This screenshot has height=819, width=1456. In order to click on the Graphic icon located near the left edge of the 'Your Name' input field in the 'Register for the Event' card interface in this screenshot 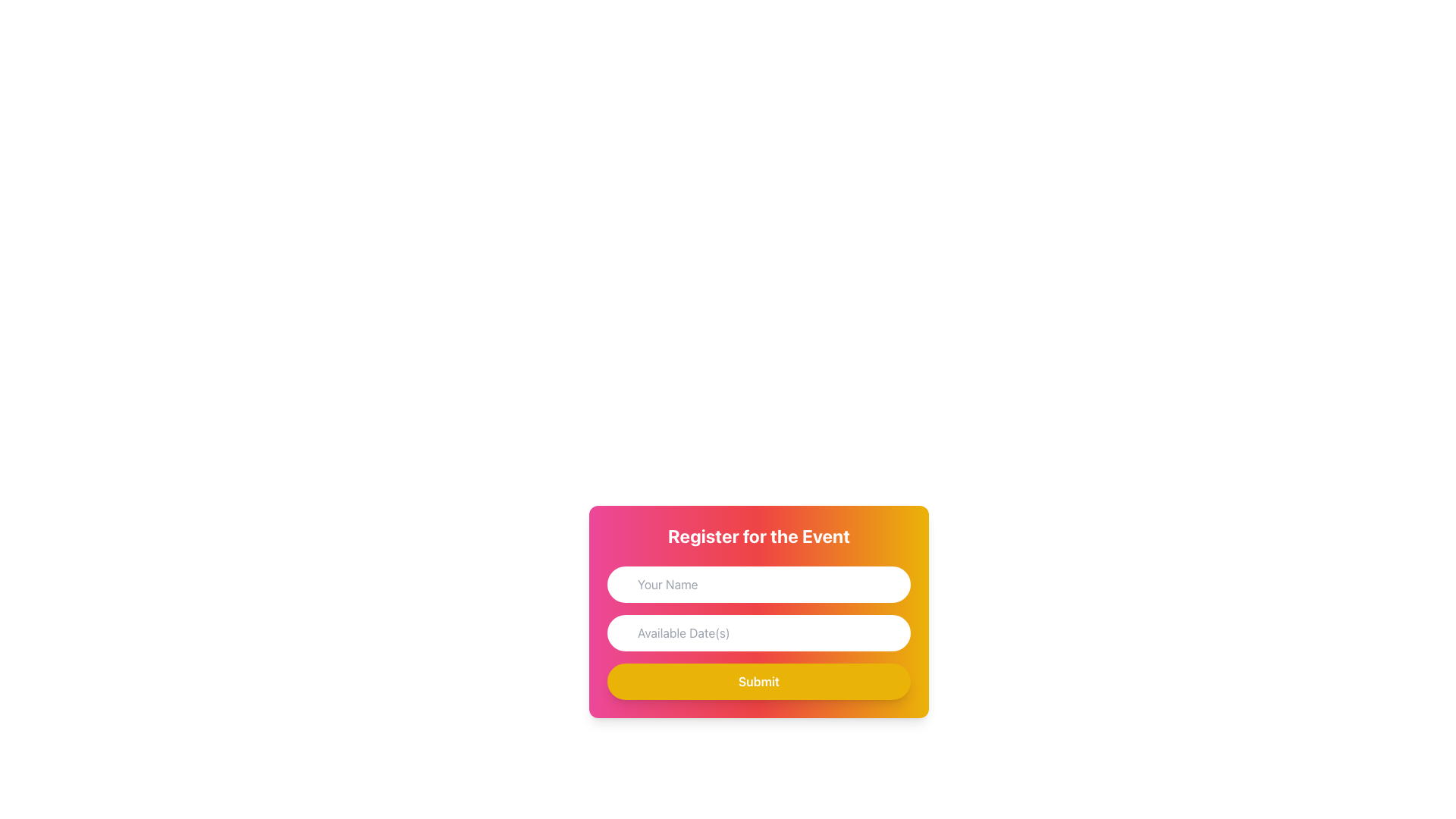, I will do `click(623, 582)`.